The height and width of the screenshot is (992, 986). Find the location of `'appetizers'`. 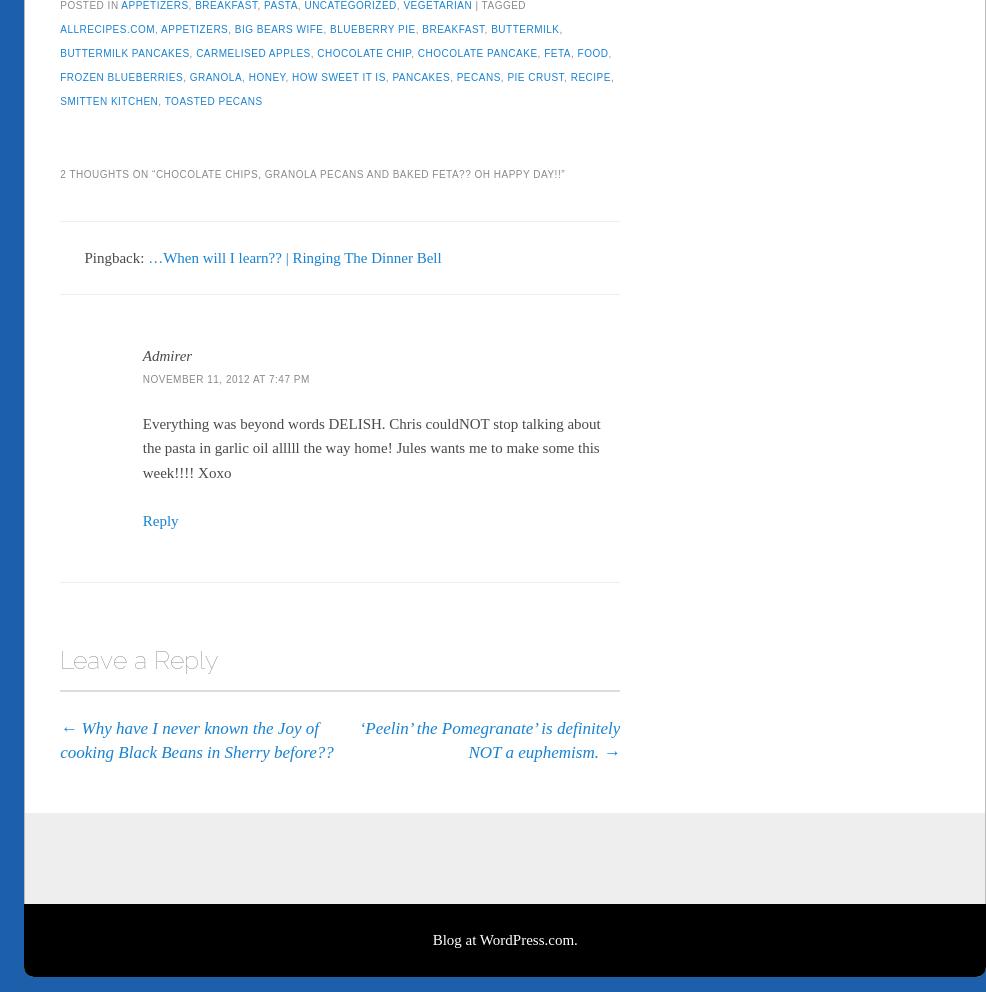

'appetizers' is located at coordinates (193, 23).